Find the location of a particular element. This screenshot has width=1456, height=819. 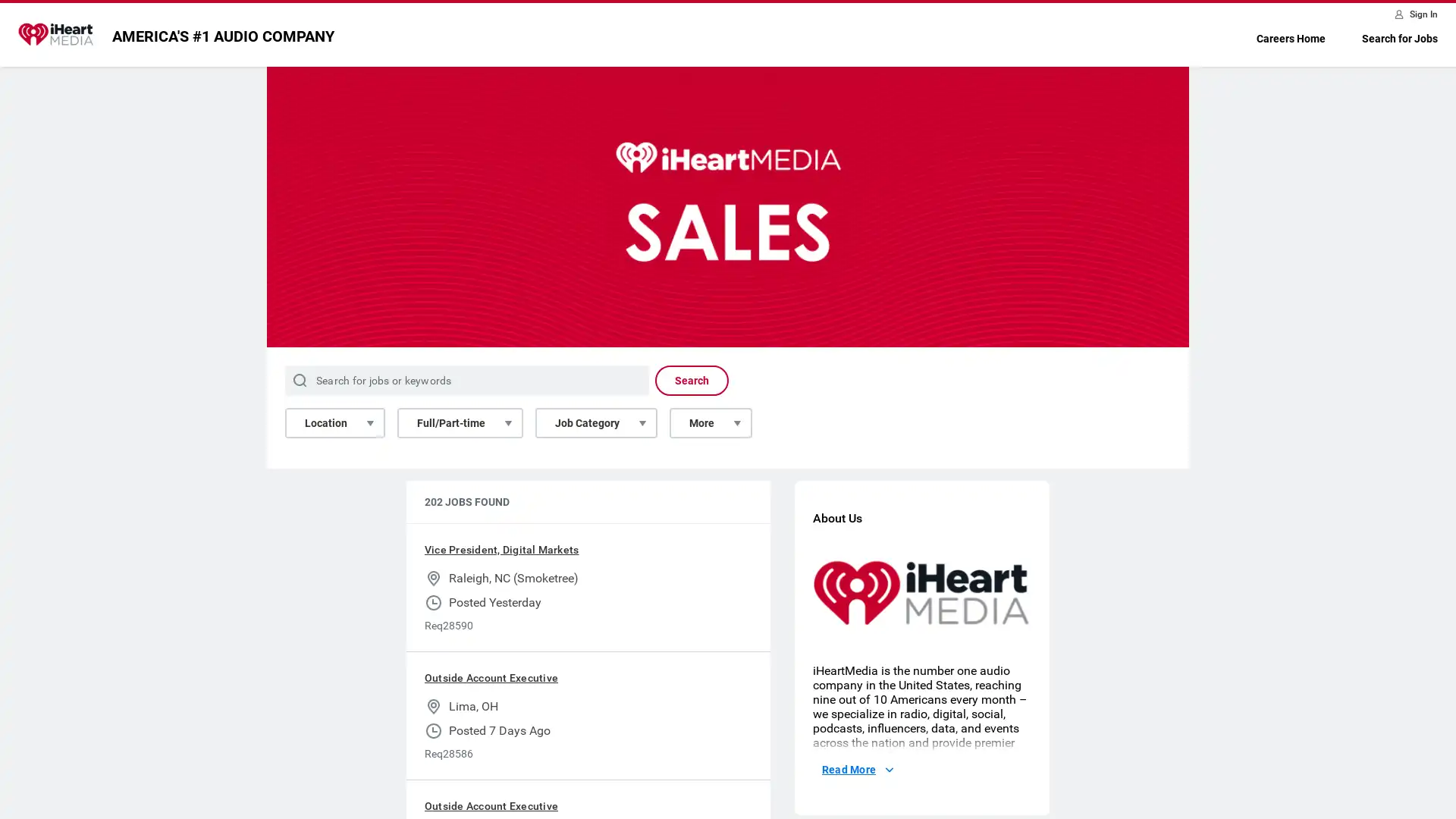

Location is located at coordinates (334, 423).